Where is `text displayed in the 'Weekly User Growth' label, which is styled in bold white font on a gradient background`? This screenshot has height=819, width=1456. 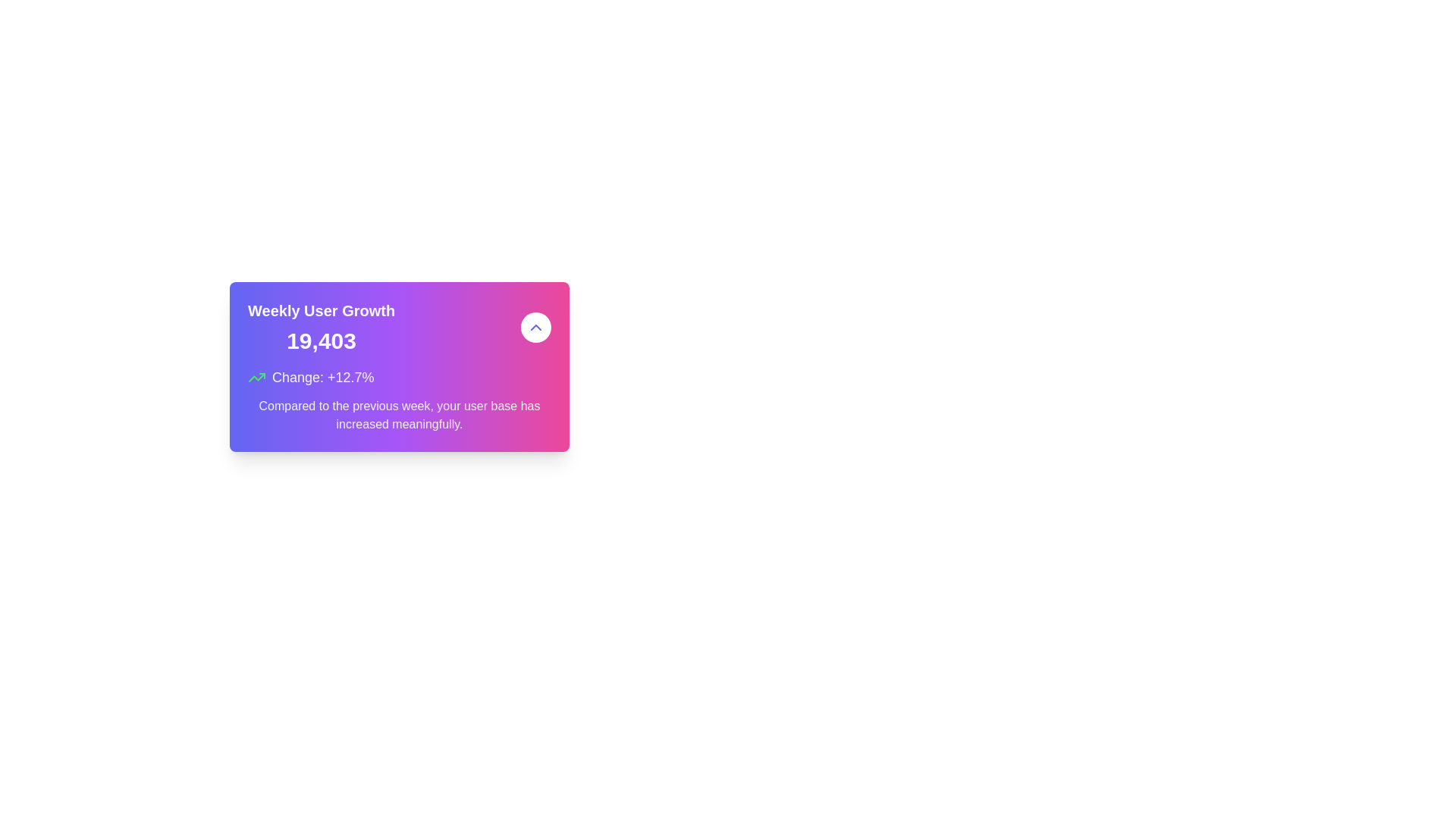
text displayed in the 'Weekly User Growth' label, which is styled in bold white font on a gradient background is located at coordinates (321, 309).